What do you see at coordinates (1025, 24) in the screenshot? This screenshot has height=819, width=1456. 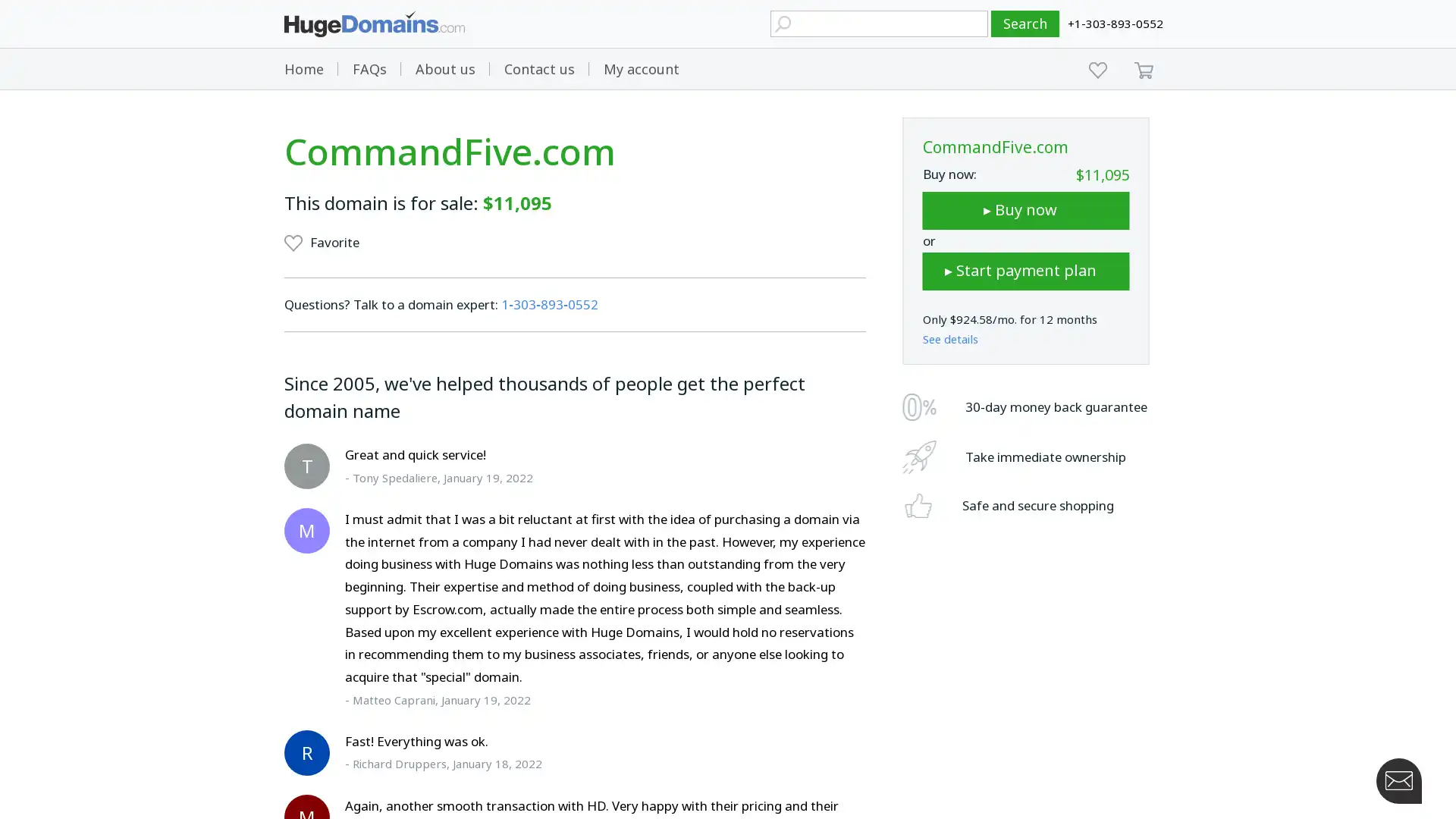 I see `Search` at bounding box center [1025, 24].